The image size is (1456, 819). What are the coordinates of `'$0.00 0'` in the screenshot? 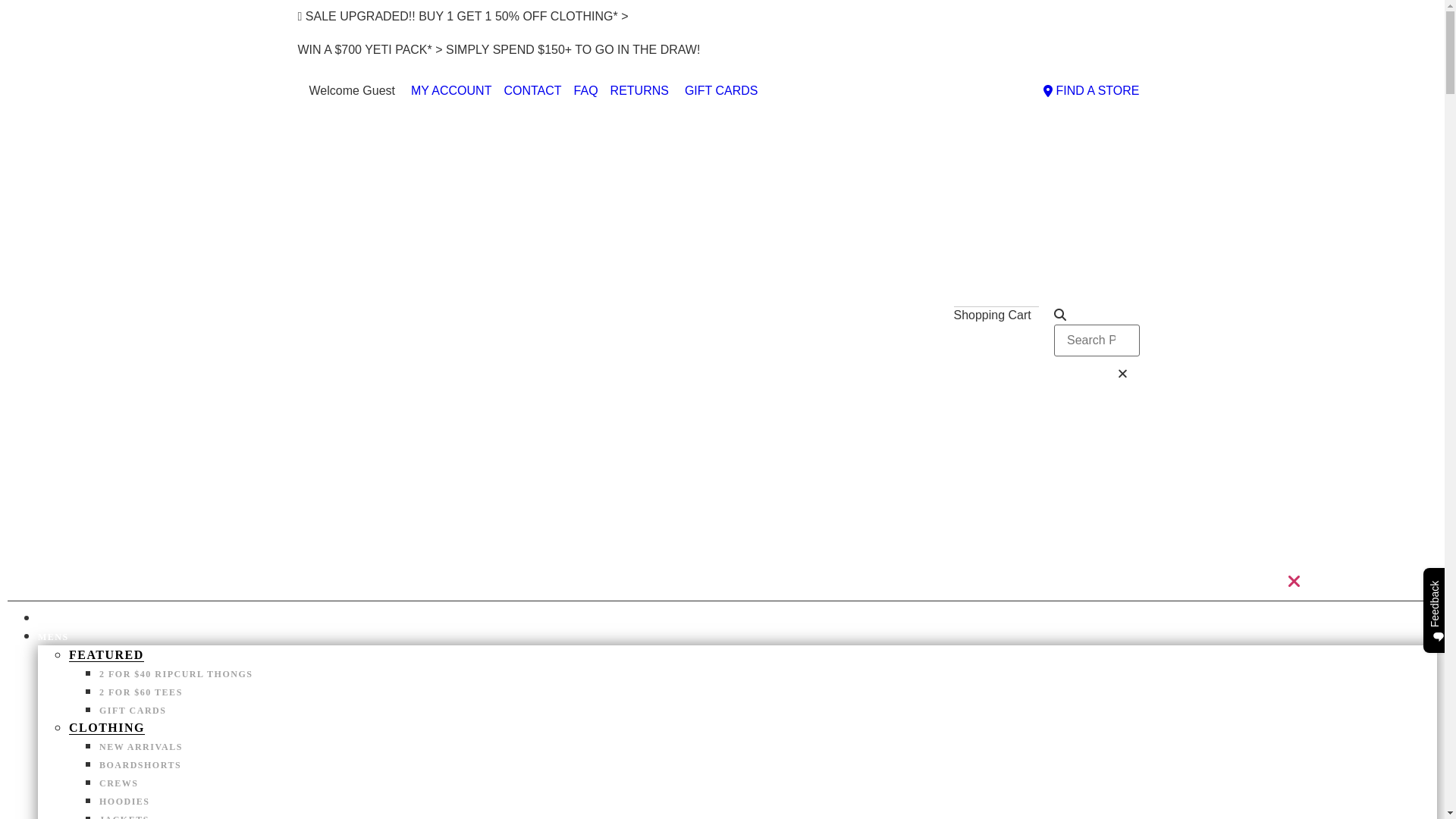 It's located at (996, 334).